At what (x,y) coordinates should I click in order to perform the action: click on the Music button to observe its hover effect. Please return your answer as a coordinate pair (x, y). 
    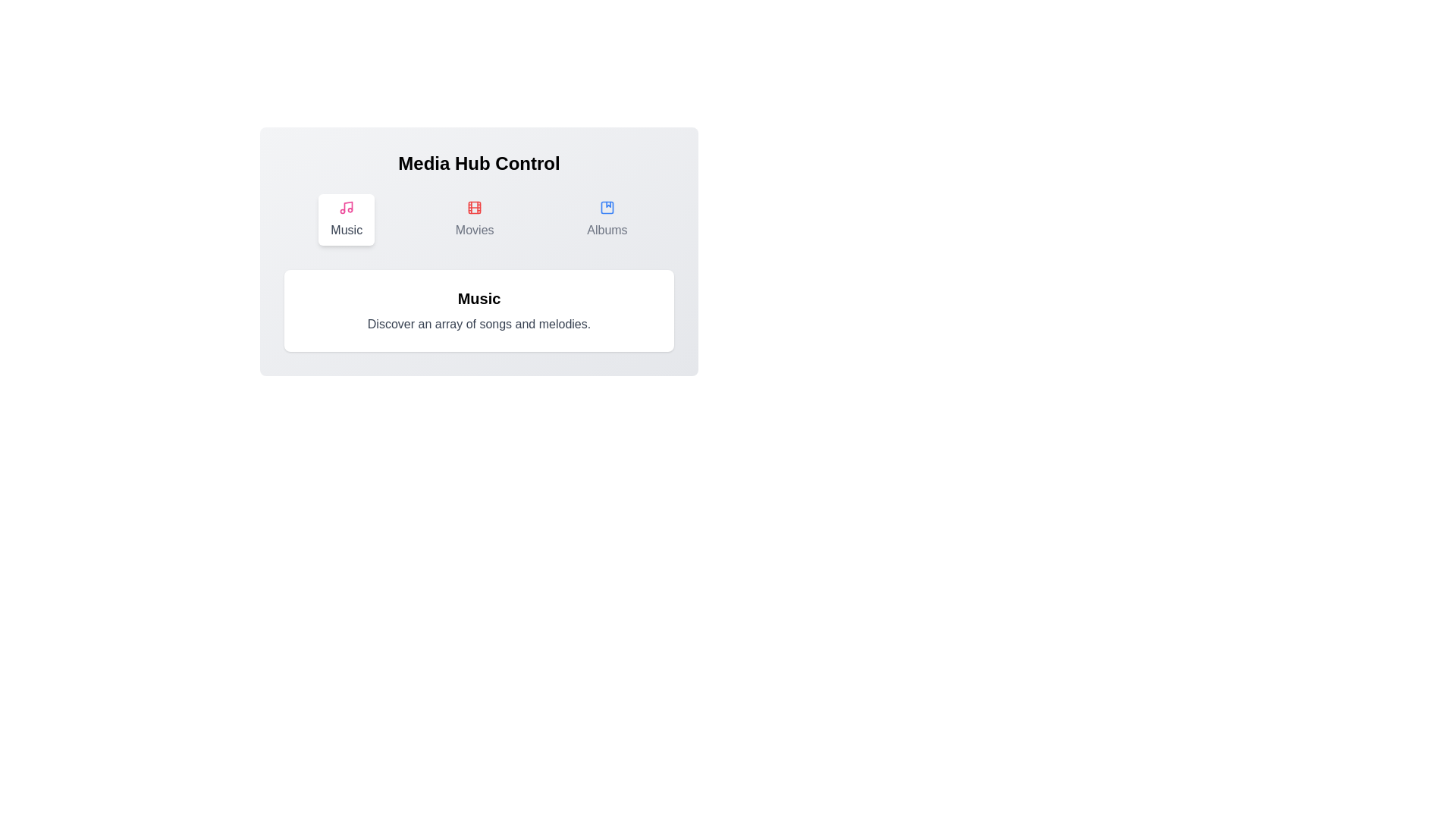
    Looking at the image, I should click on (345, 219).